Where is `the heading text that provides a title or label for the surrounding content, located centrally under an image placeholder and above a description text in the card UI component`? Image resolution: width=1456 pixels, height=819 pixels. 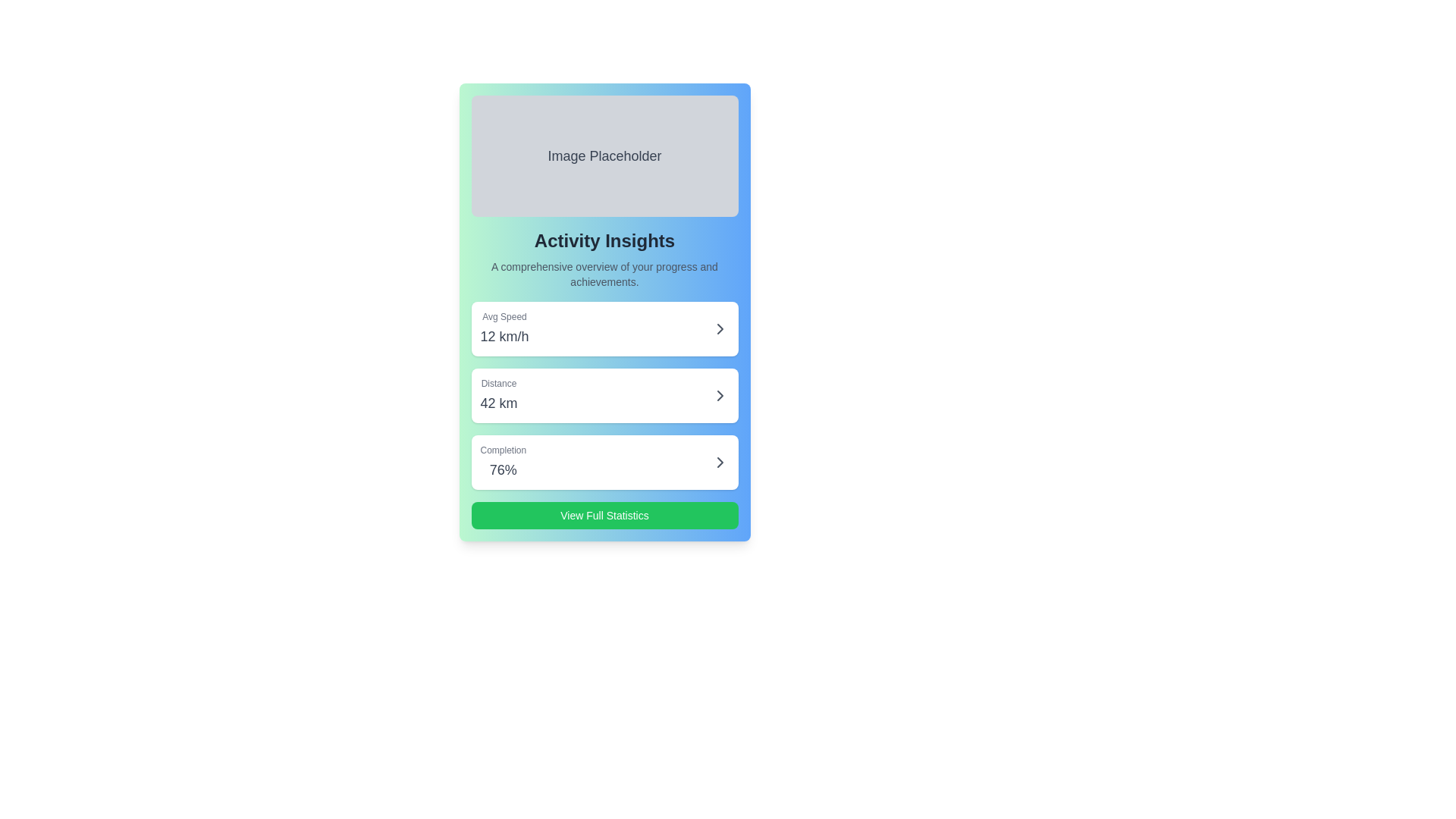
the heading text that provides a title or label for the surrounding content, located centrally under an image placeholder and above a description text in the card UI component is located at coordinates (604, 240).